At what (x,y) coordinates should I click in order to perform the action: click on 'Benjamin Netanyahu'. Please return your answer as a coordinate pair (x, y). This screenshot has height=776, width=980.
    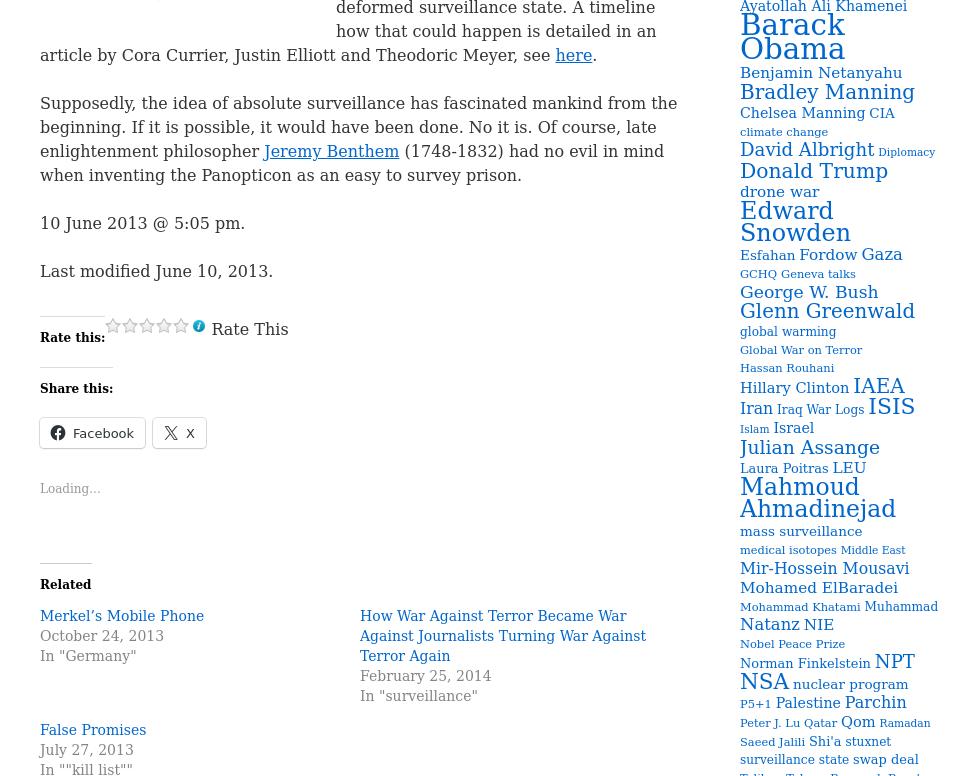
    Looking at the image, I should click on (821, 72).